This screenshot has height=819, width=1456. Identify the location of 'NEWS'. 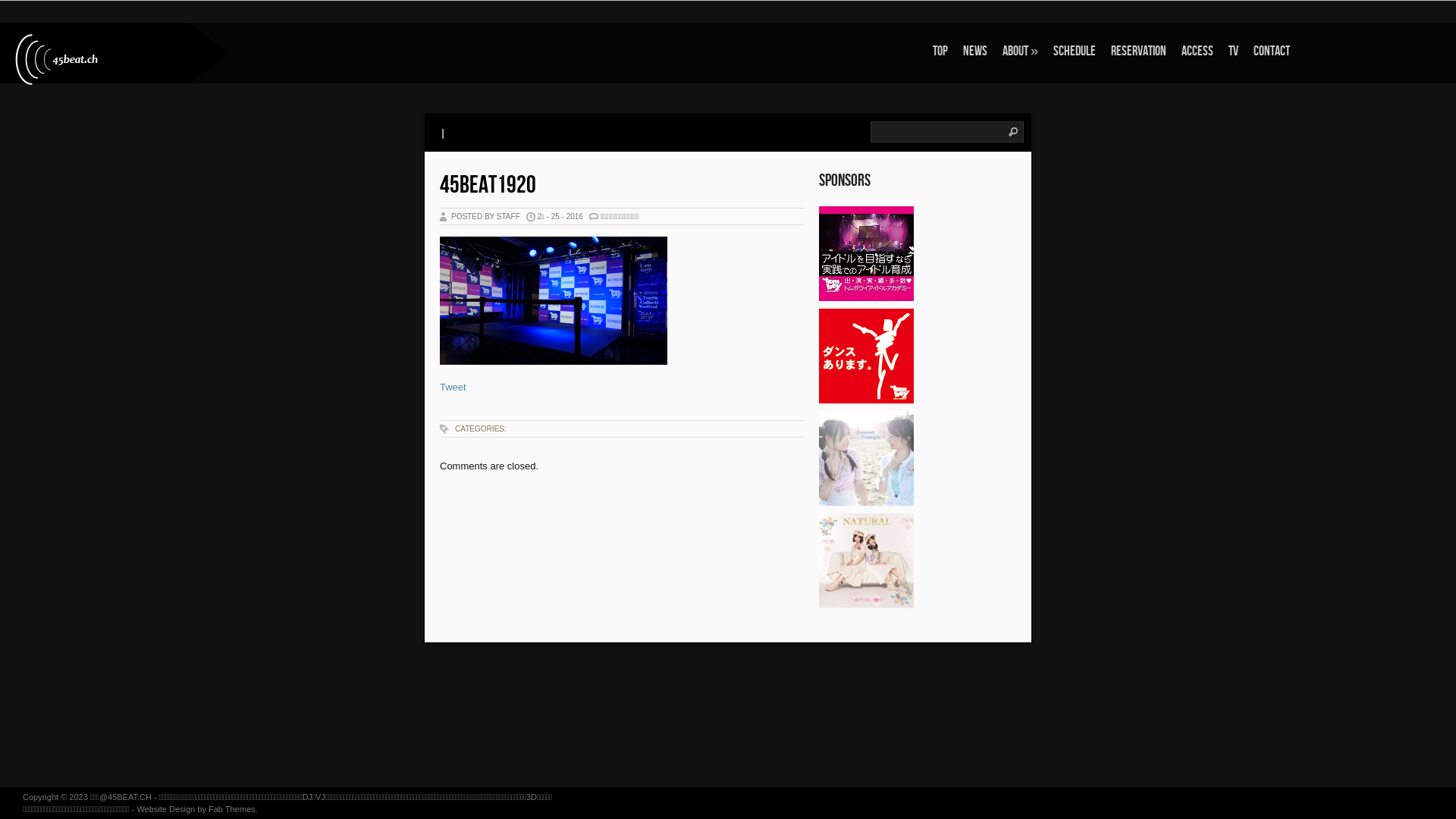
(975, 50).